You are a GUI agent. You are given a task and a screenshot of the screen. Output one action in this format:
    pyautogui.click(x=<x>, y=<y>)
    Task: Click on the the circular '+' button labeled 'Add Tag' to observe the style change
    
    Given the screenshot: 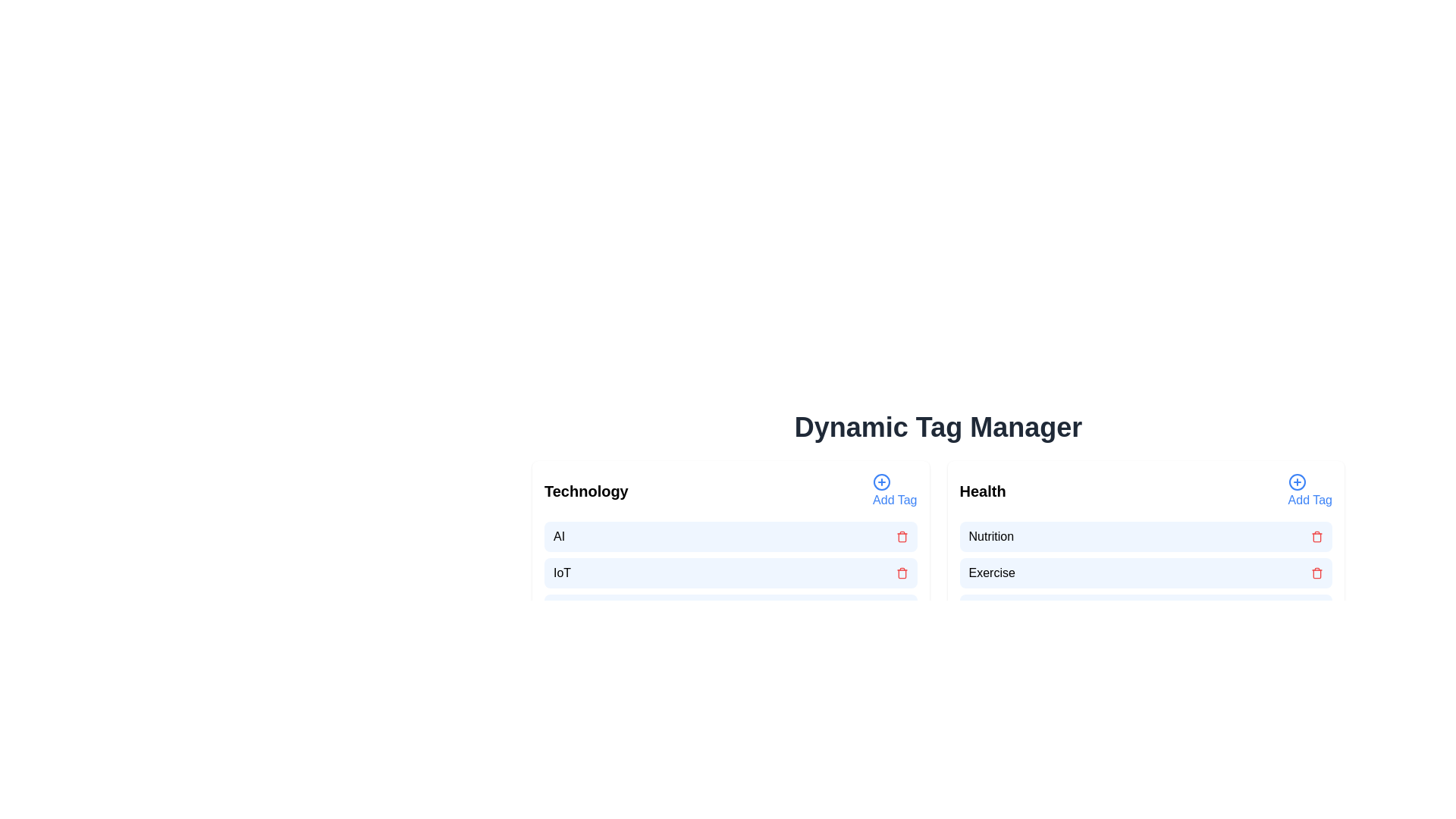 What is the action you would take?
    pyautogui.click(x=895, y=491)
    